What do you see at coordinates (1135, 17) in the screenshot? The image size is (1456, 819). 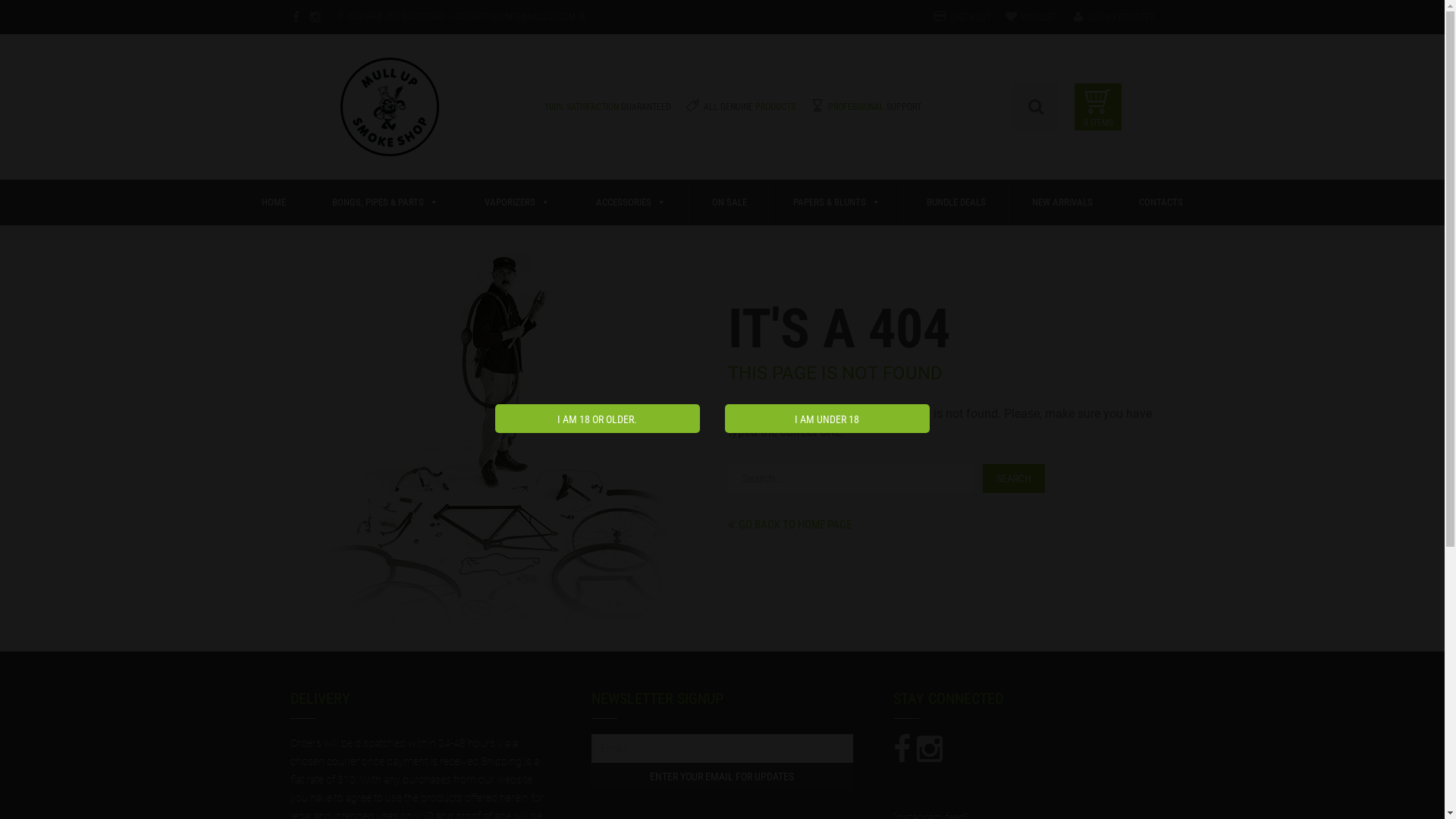 I see `'REGISTER'` at bounding box center [1135, 17].